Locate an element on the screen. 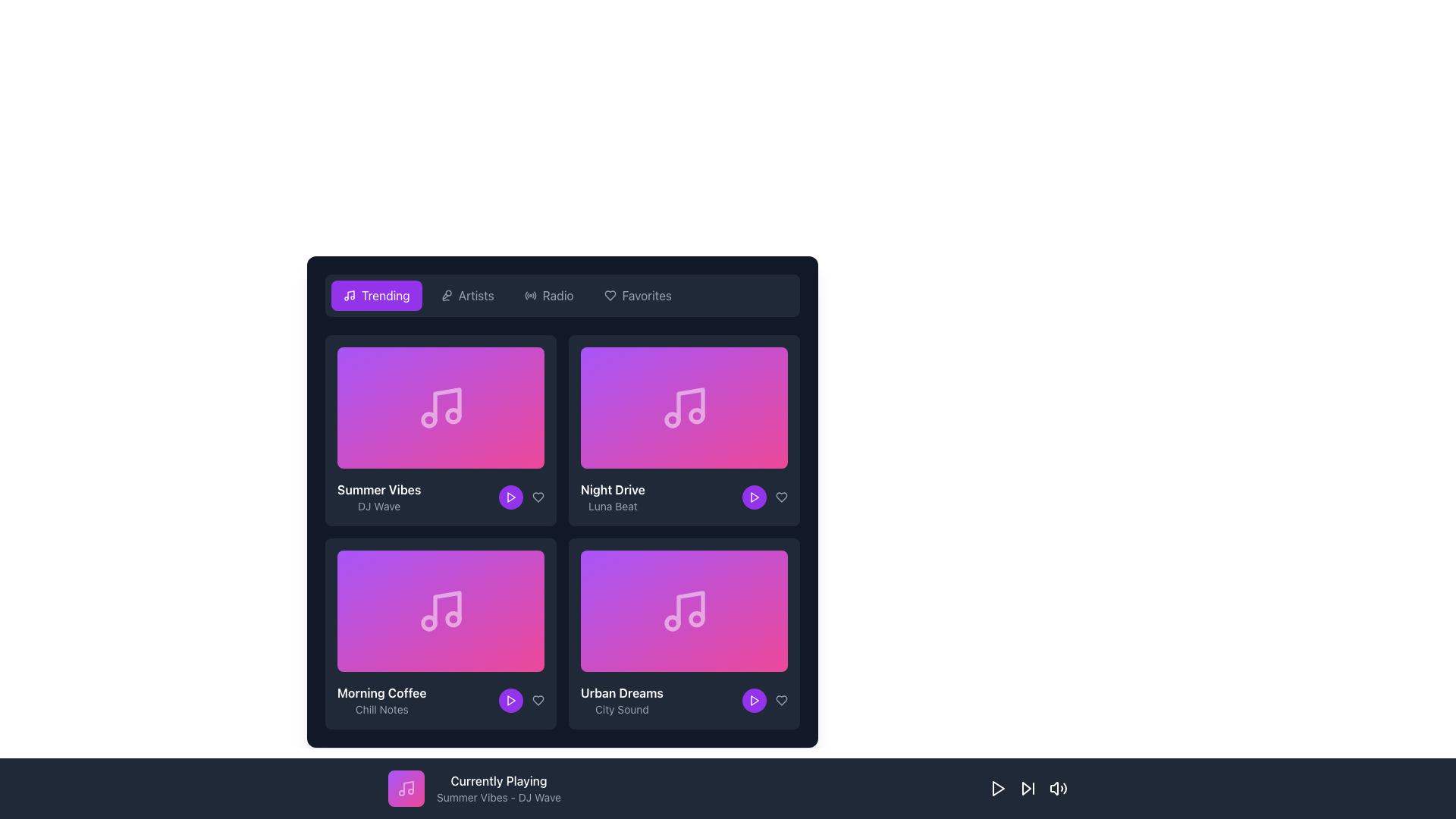 This screenshot has width=1456, height=819. the lower circle of the musical note icon in the 'Night Drive' card, located in the top-right corner of the card listing area is located at coordinates (671, 420).